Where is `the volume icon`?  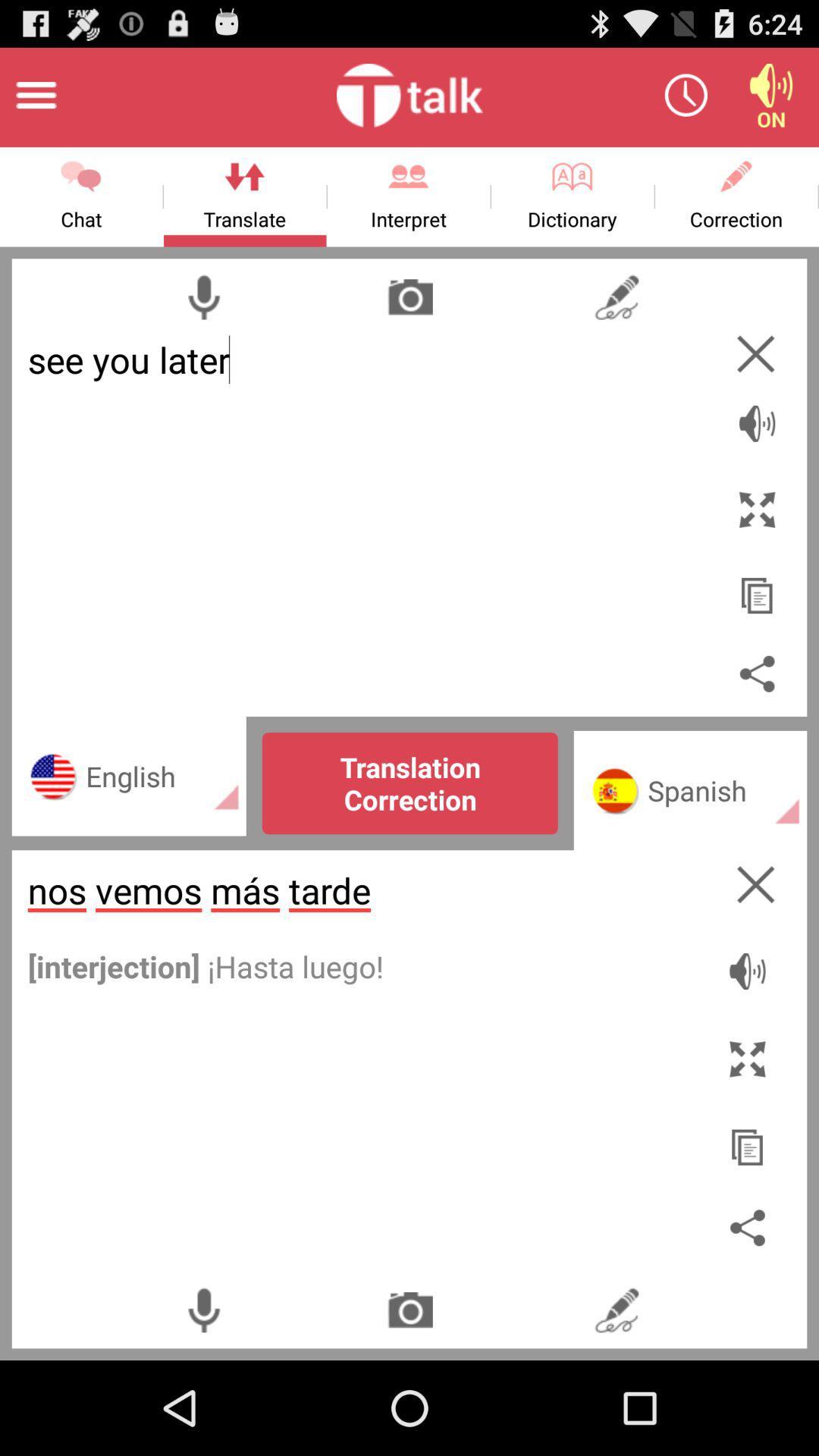
the volume icon is located at coordinates (757, 438).